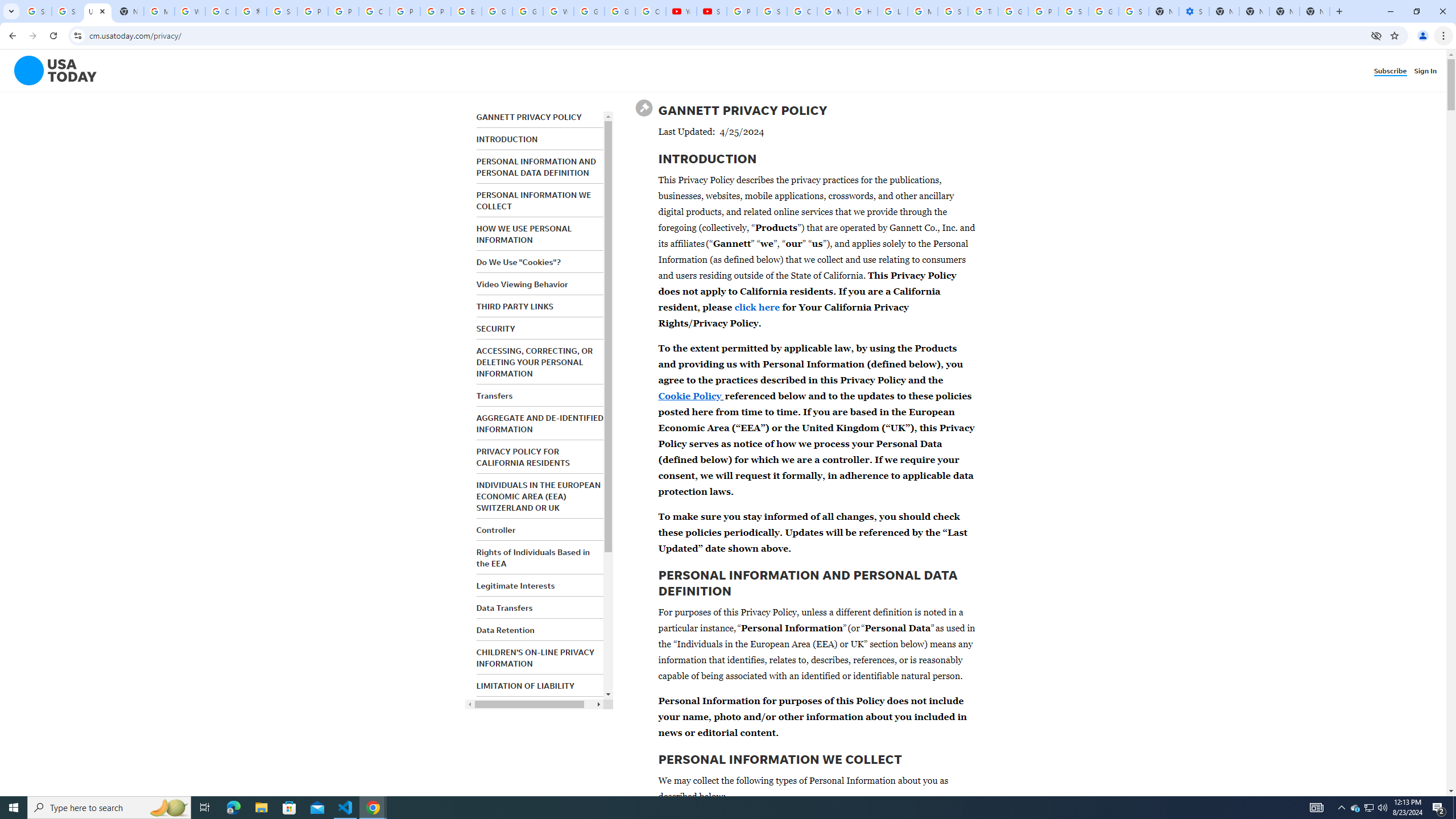 Image resolution: width=1456 pixels, height=819 pixels. What do you see at coordinates (496, 11) in the screenshot?
I see `'Google Slides: Sign-in'` at bounding box center [496, 11].